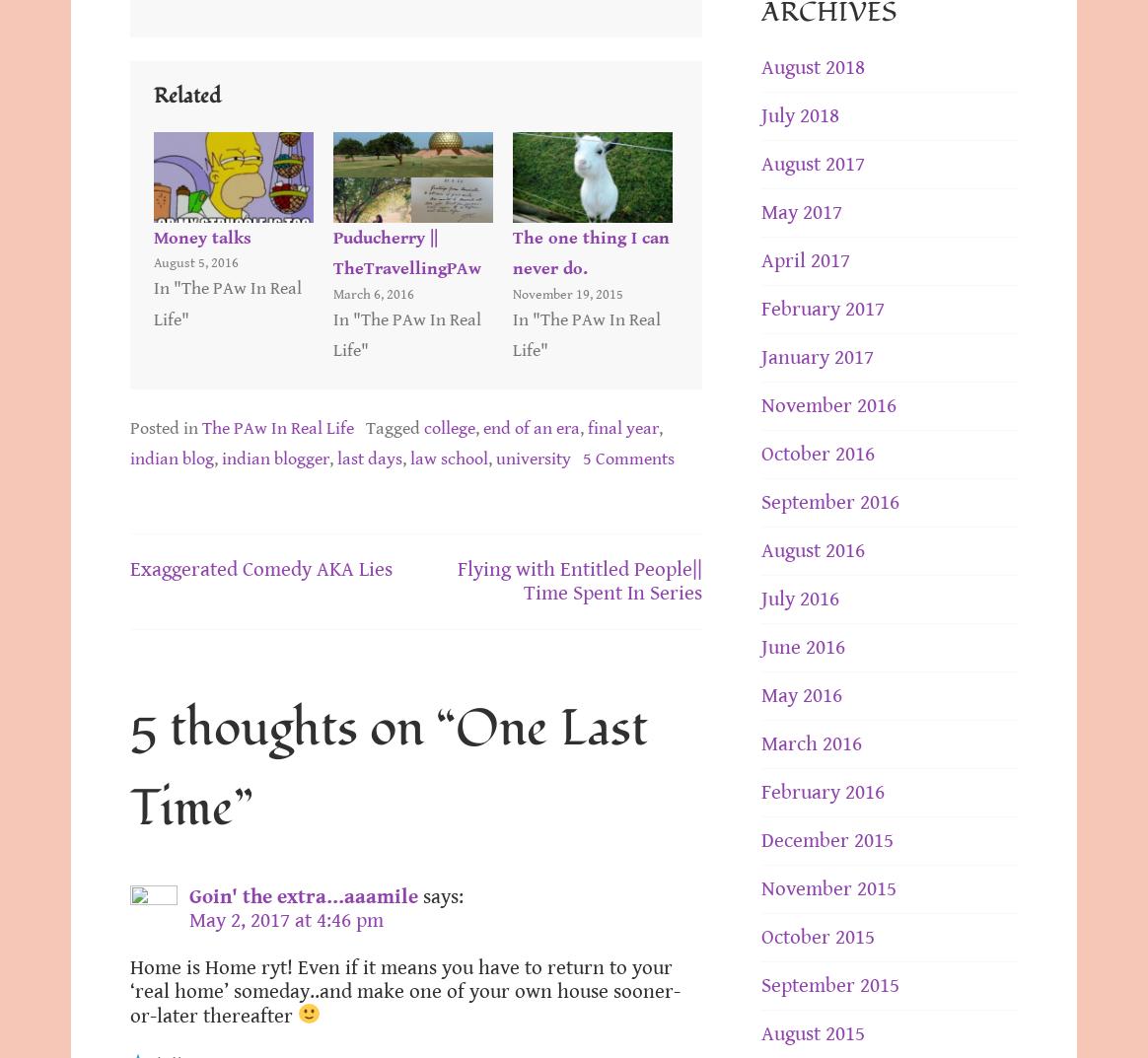 The width and height of the screenshot is (1148, 1058). Describe the element at coordinates (129, 768) in the screenshot. I see `'One Last Time'` at that location.